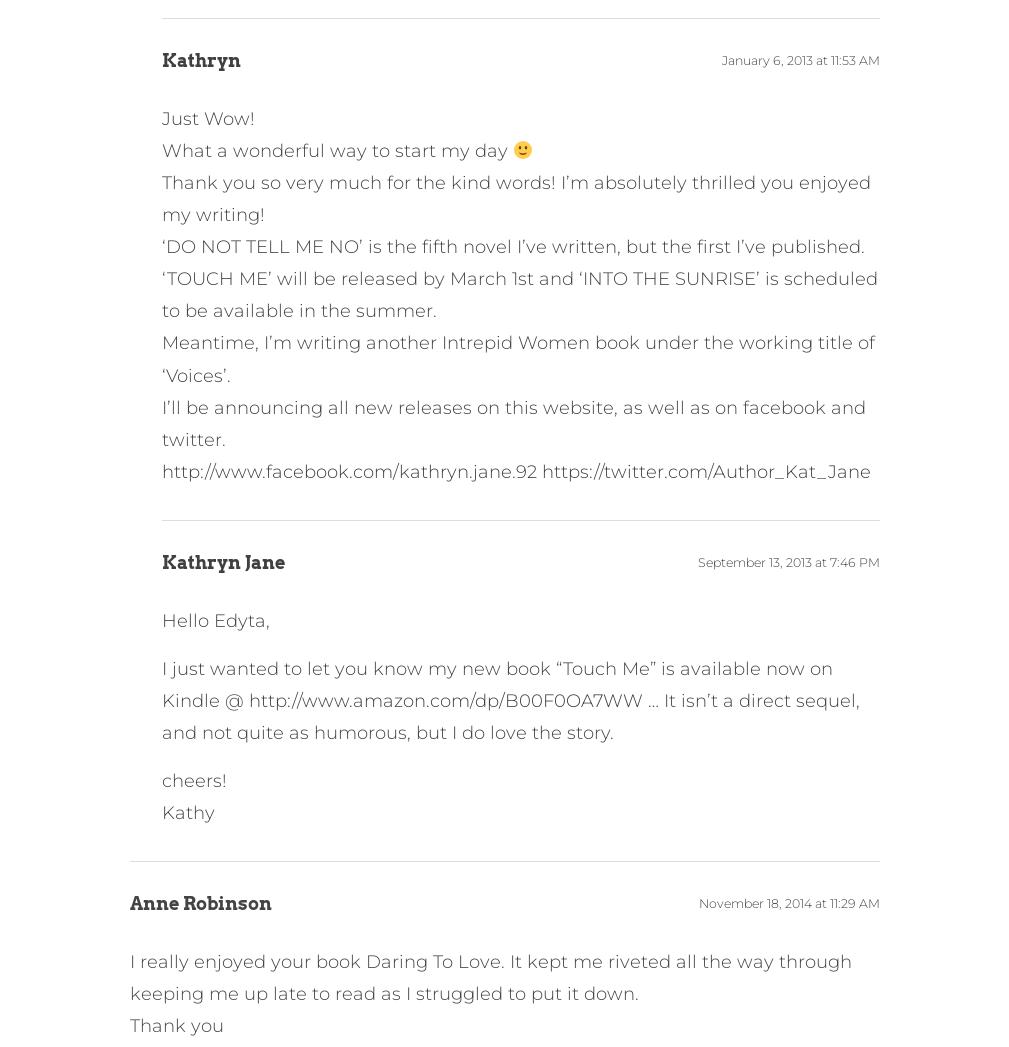  I want to click on 'I’ll be announcing all new releases on this website, as well as on facebook and twitter.', so click(512, 421).